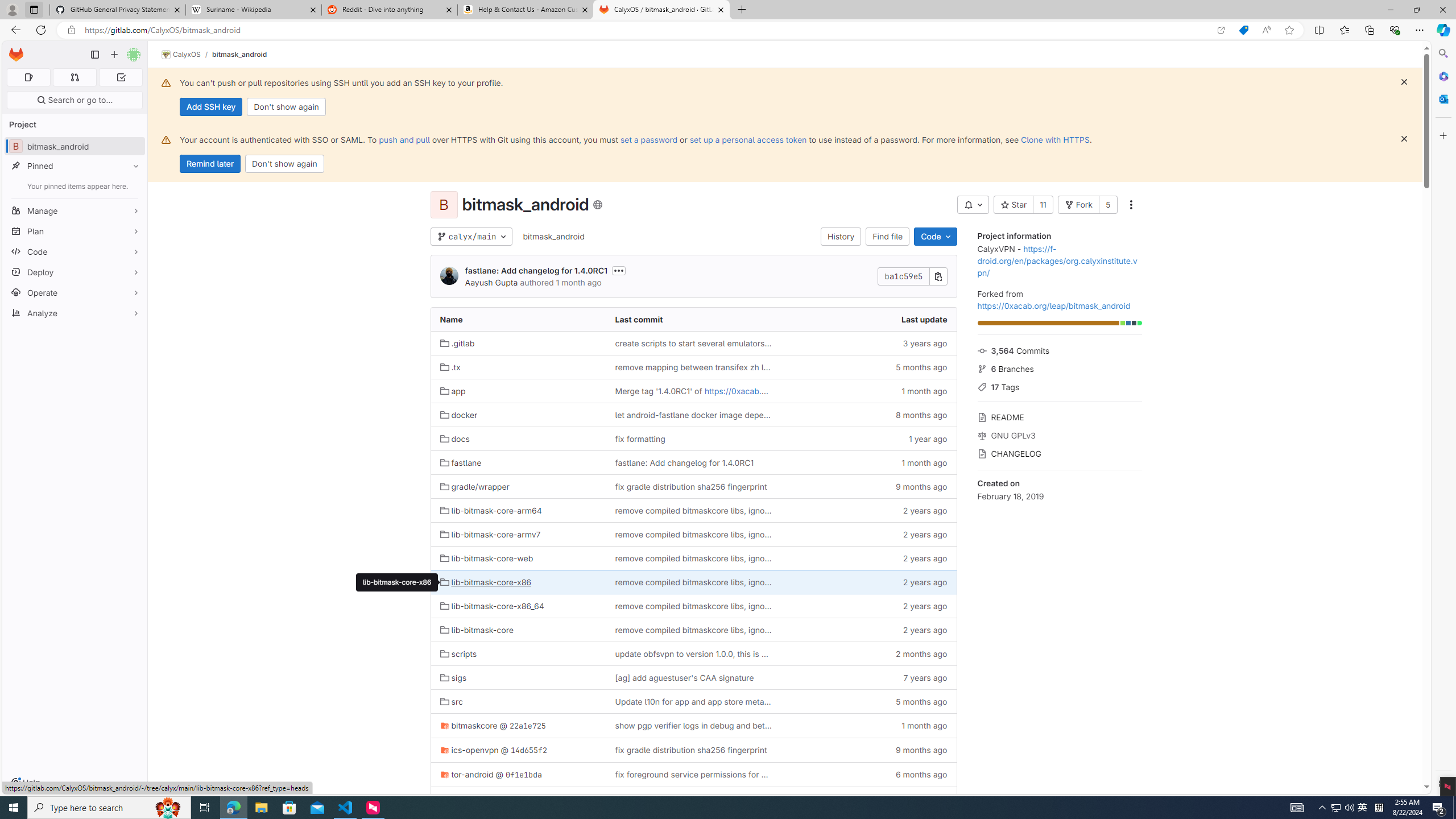  Describe the element at coordinates (186, 54) in the screenshot. I see `'CalyxOS/'` at that location.